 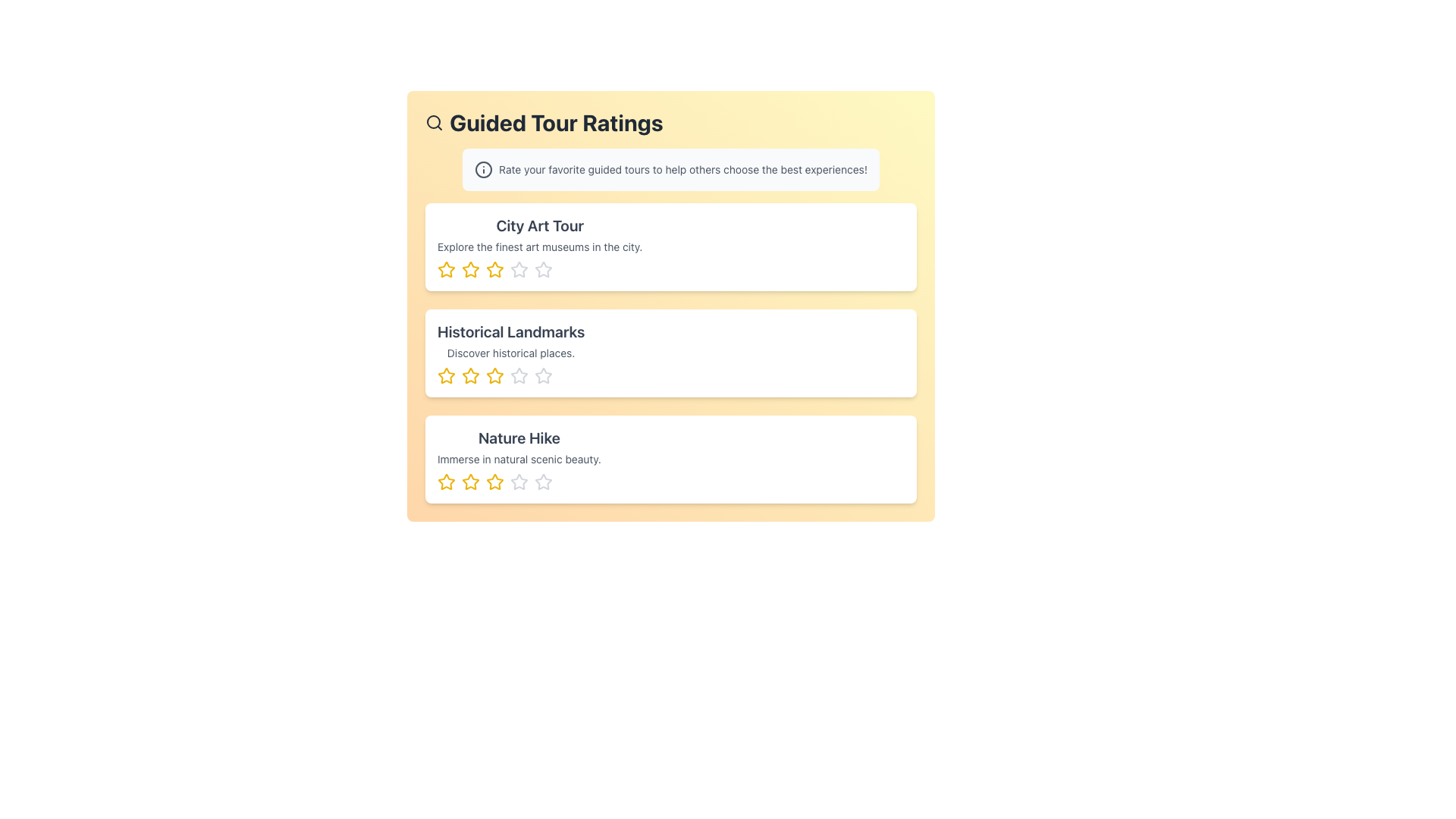 What do you see at coordinates (469, 375) in the screenshot?
I see `the second star in the rating component for the 'Historical Landmarks' tour to provide a rating` at bounding box center [469, 375].